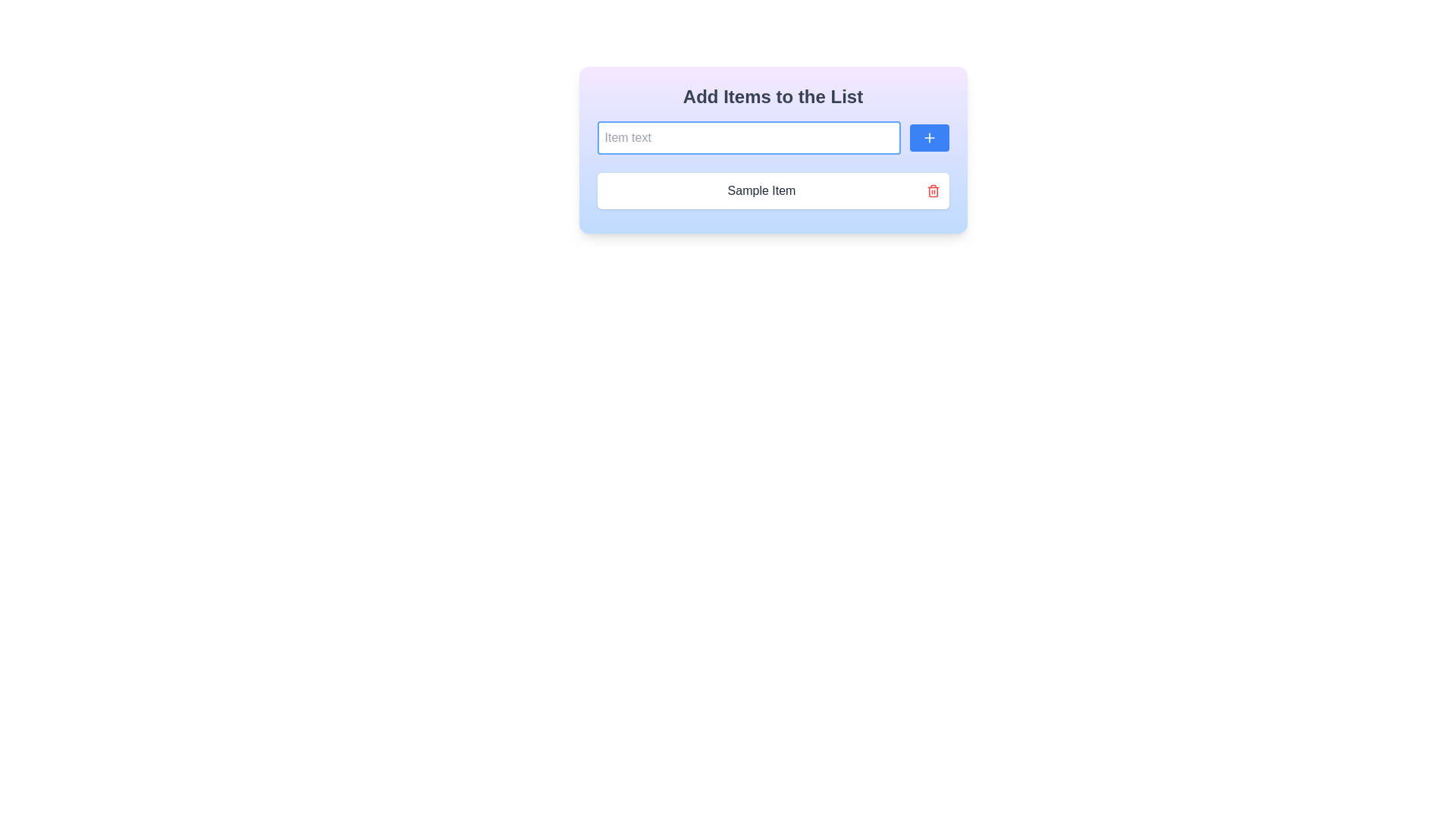 The height and width of the screenshot is (819, 1456). I want to click on descriptive label that identifies the first item in the list under 'Add Items to the List', located on the left side next to the delete icon, so click(761, 190).